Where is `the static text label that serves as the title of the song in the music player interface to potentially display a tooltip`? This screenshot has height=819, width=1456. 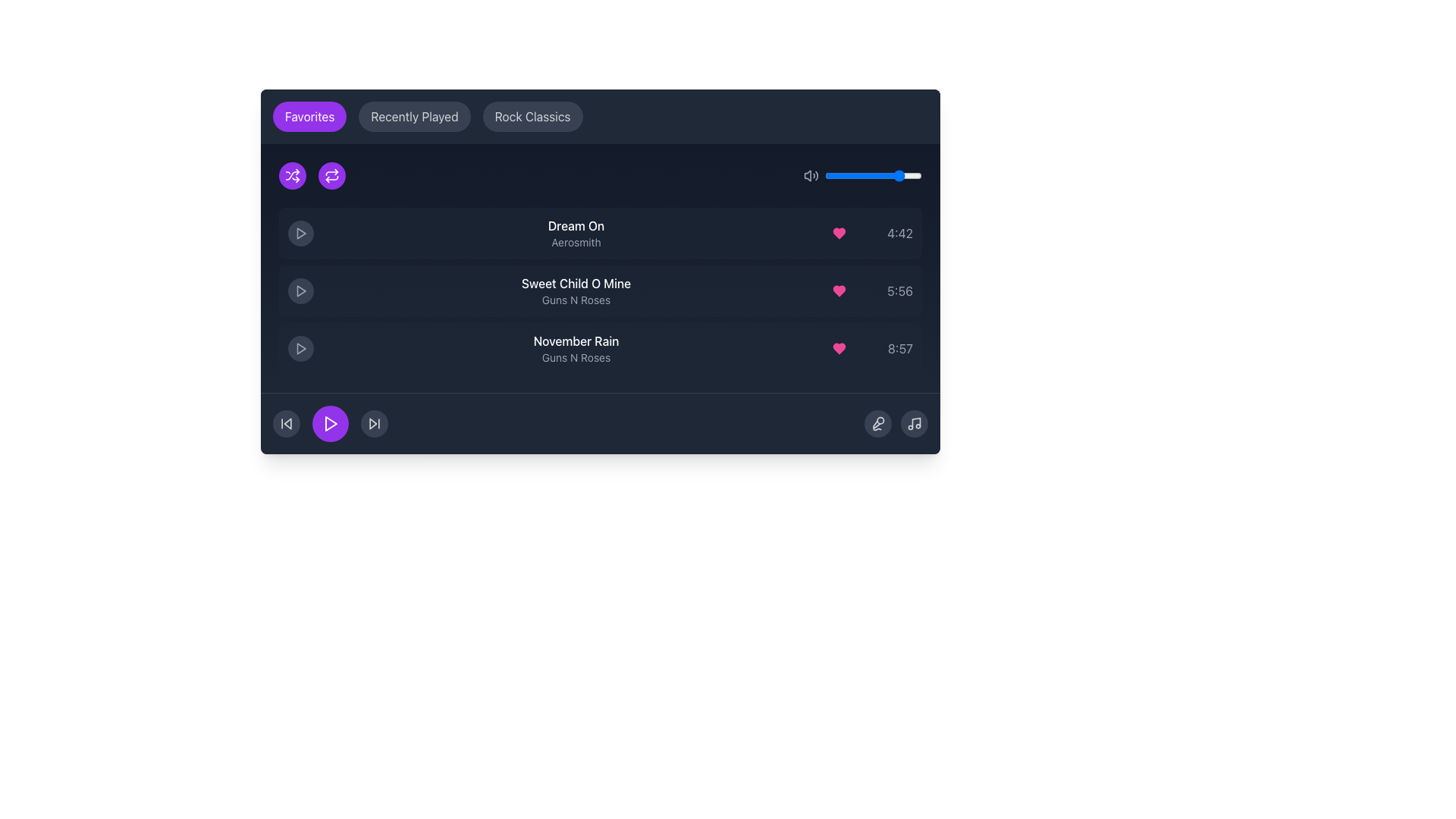 the static text label that serves as the title of the song in the music player interface to potentially display a tooltip is located at coordinates (575, 225).